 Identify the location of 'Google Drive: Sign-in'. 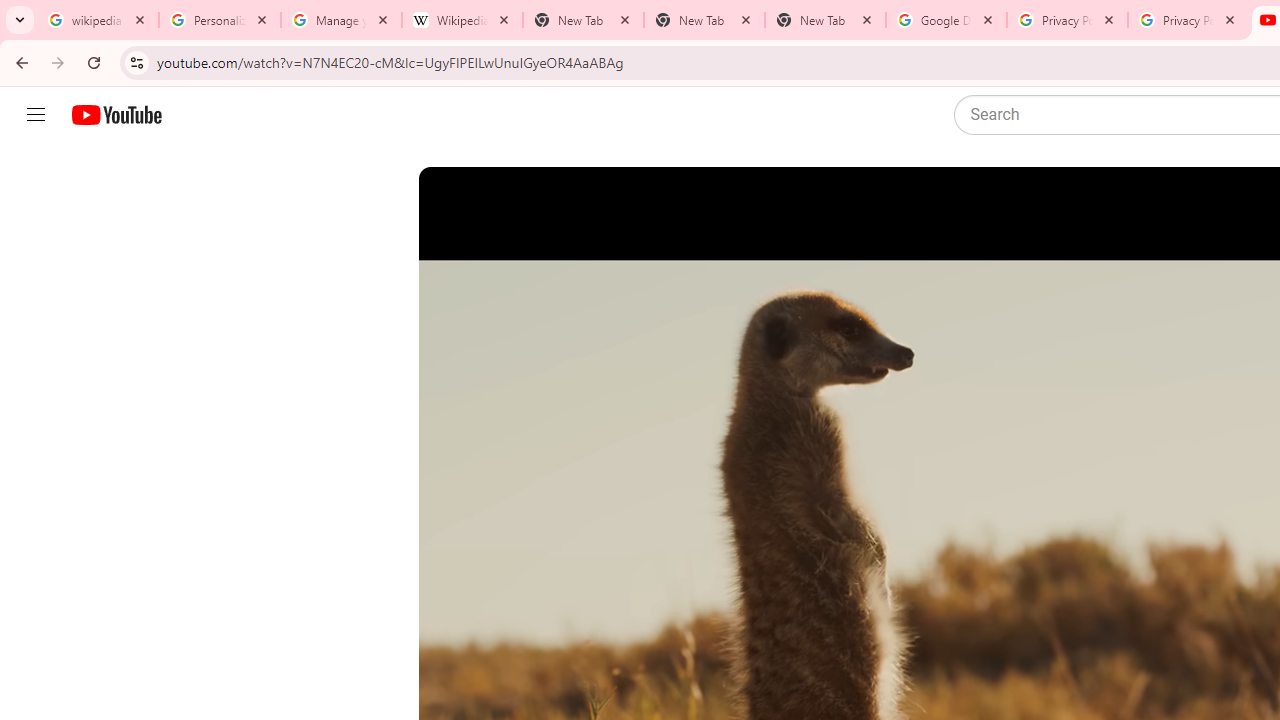
(945, 20).